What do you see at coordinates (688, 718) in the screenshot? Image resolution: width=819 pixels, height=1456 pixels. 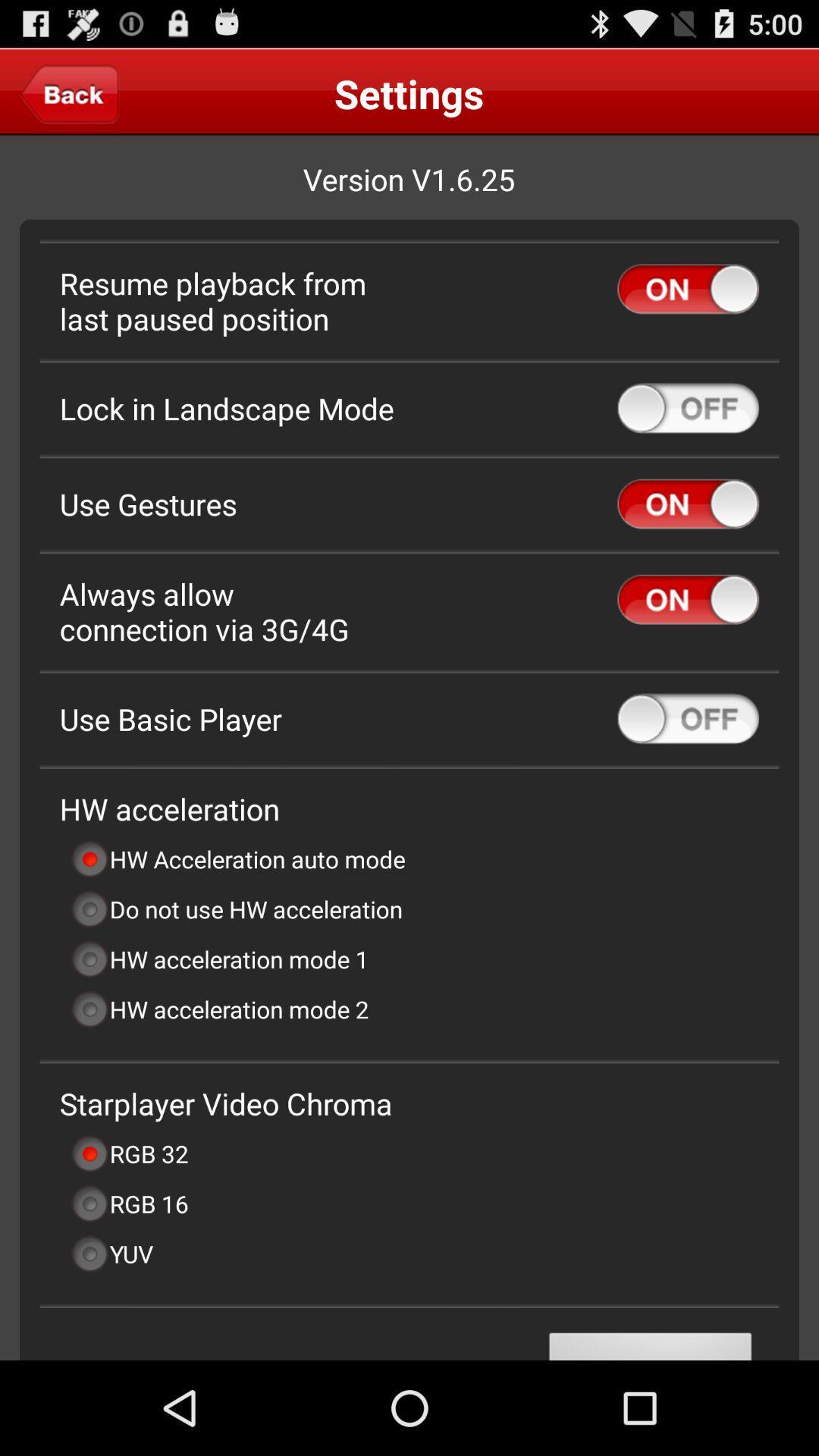 I see `turn basic player on/off` at bounding box center [688, 718].